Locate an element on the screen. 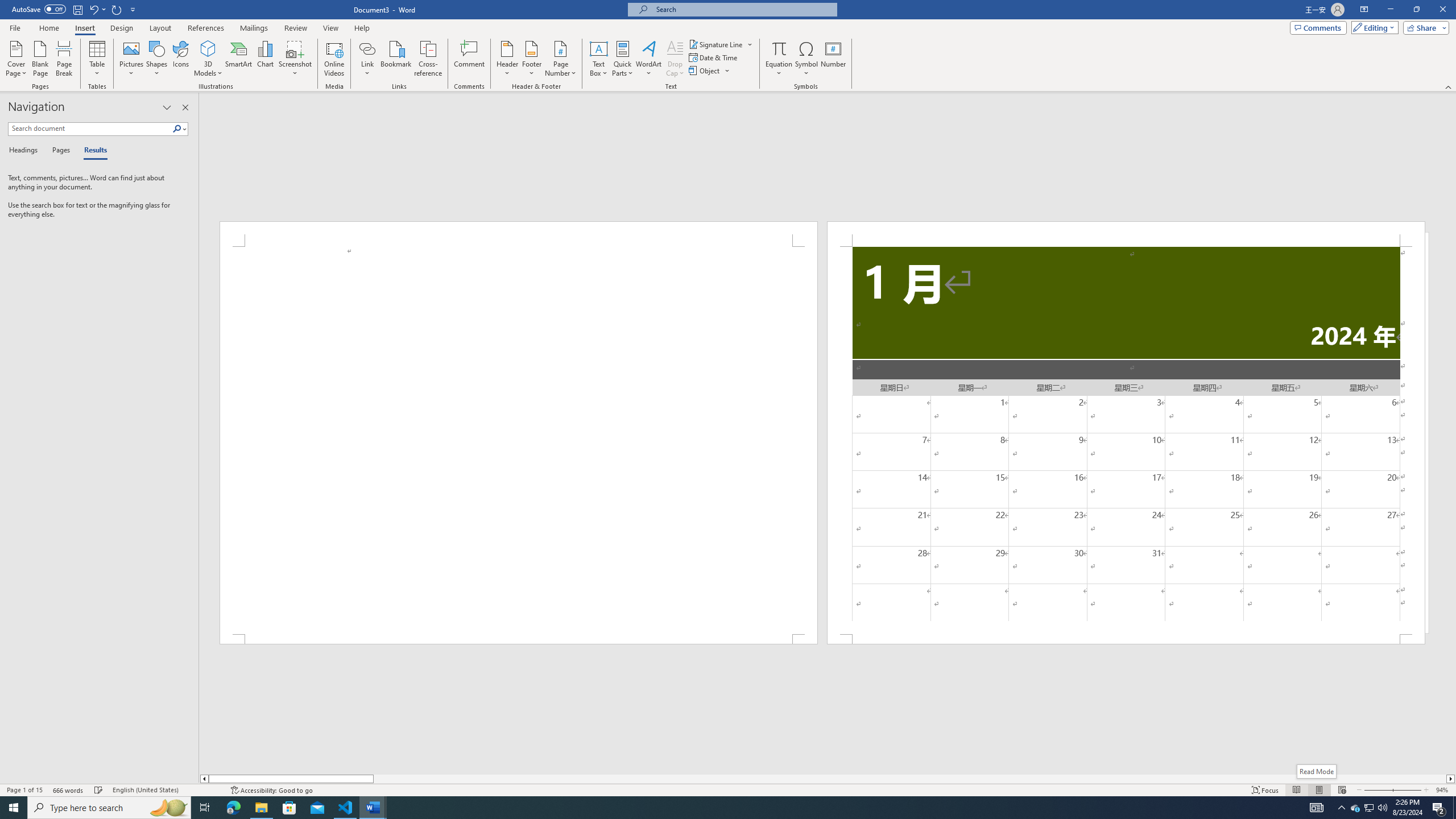 Image resolution: width=1456 pixels, height=819 pixels. 'Chart...' is located at coordinates (265, 59).